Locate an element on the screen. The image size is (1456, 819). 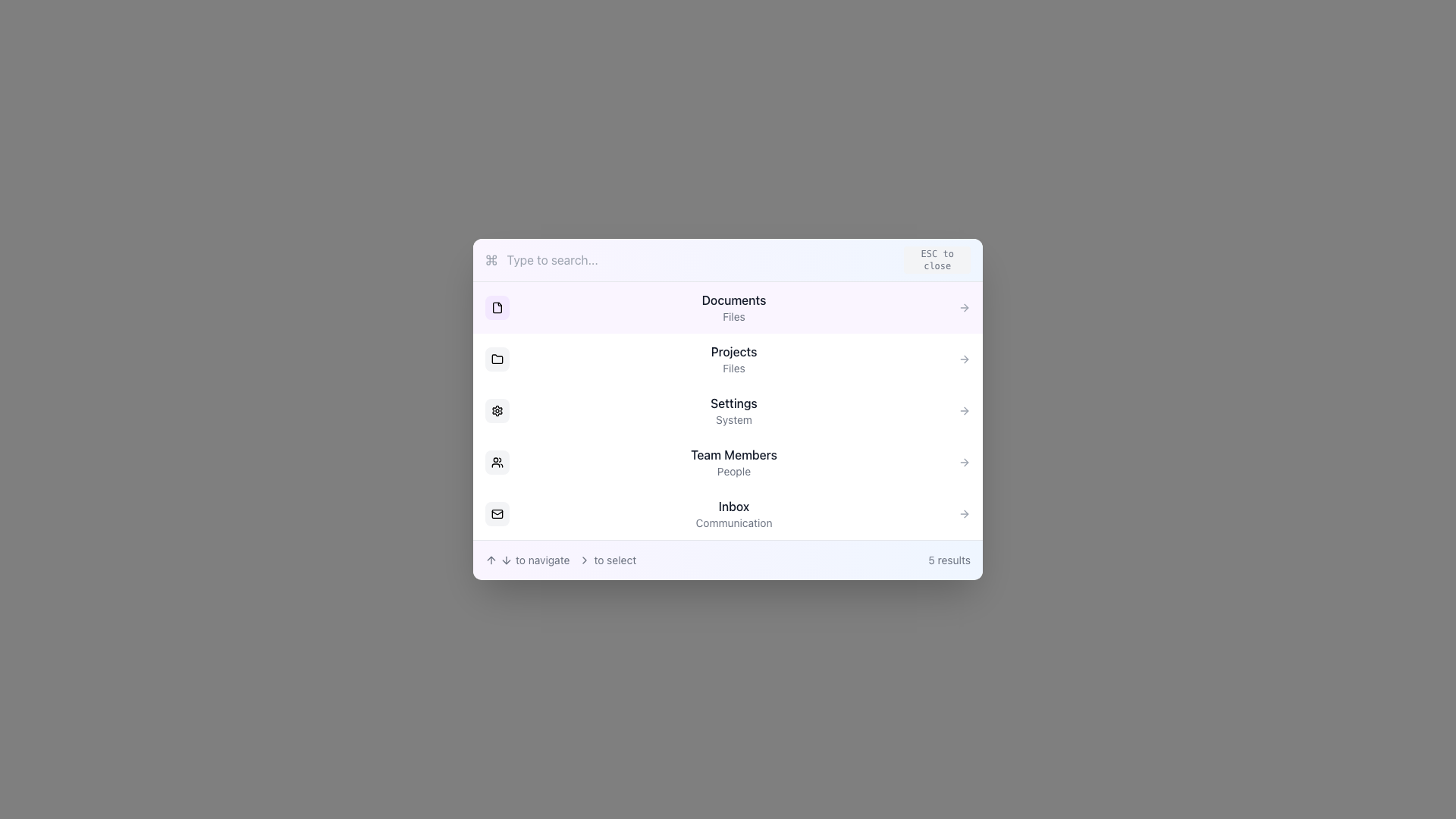
the downward-pointing arrow icon located in the bottom-left section of the panel, adjacent to the text 'to navigate' is located at coordinates (506, 560).